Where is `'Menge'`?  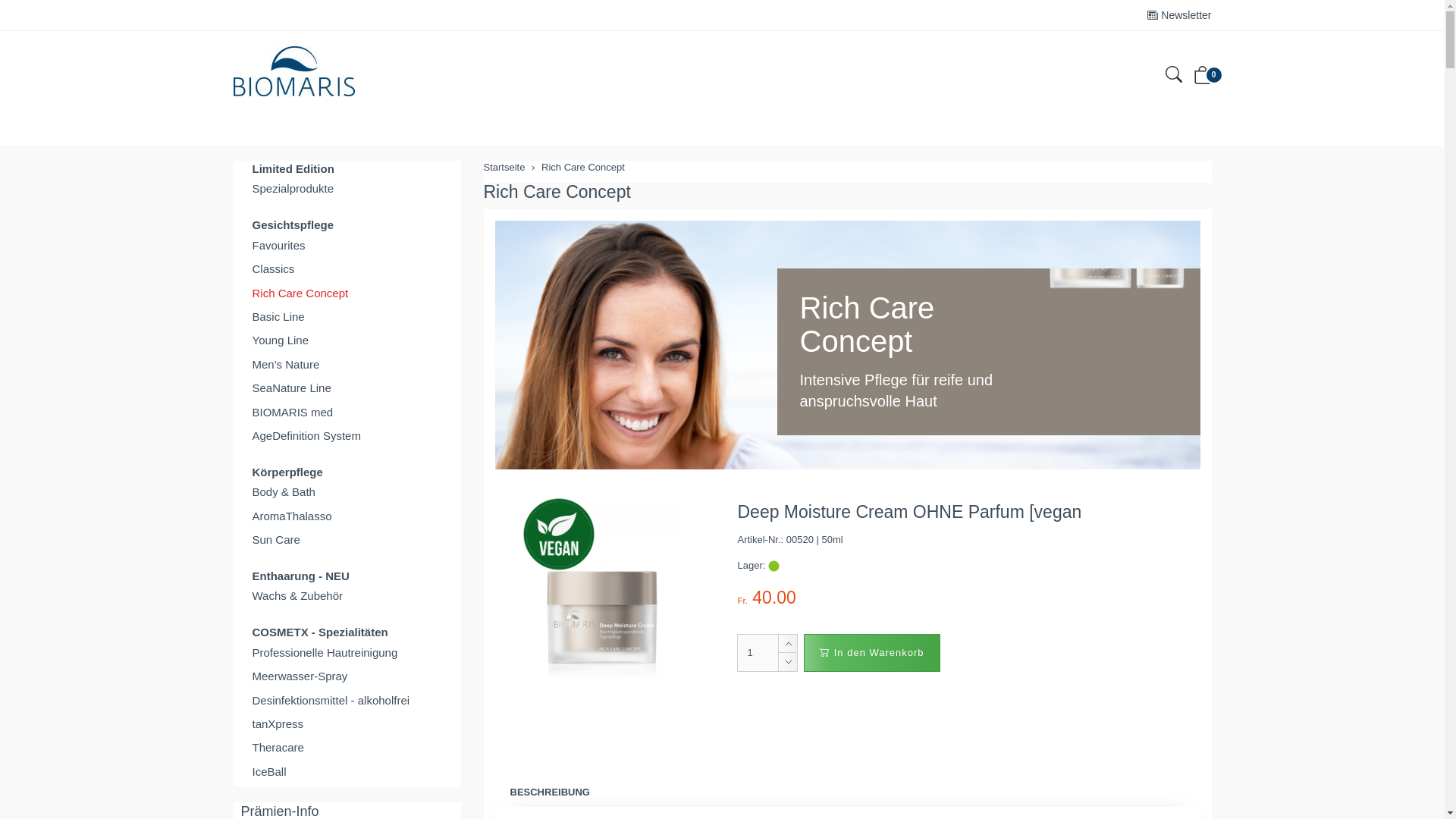 'Menge' is located at coordinates (758, 651).